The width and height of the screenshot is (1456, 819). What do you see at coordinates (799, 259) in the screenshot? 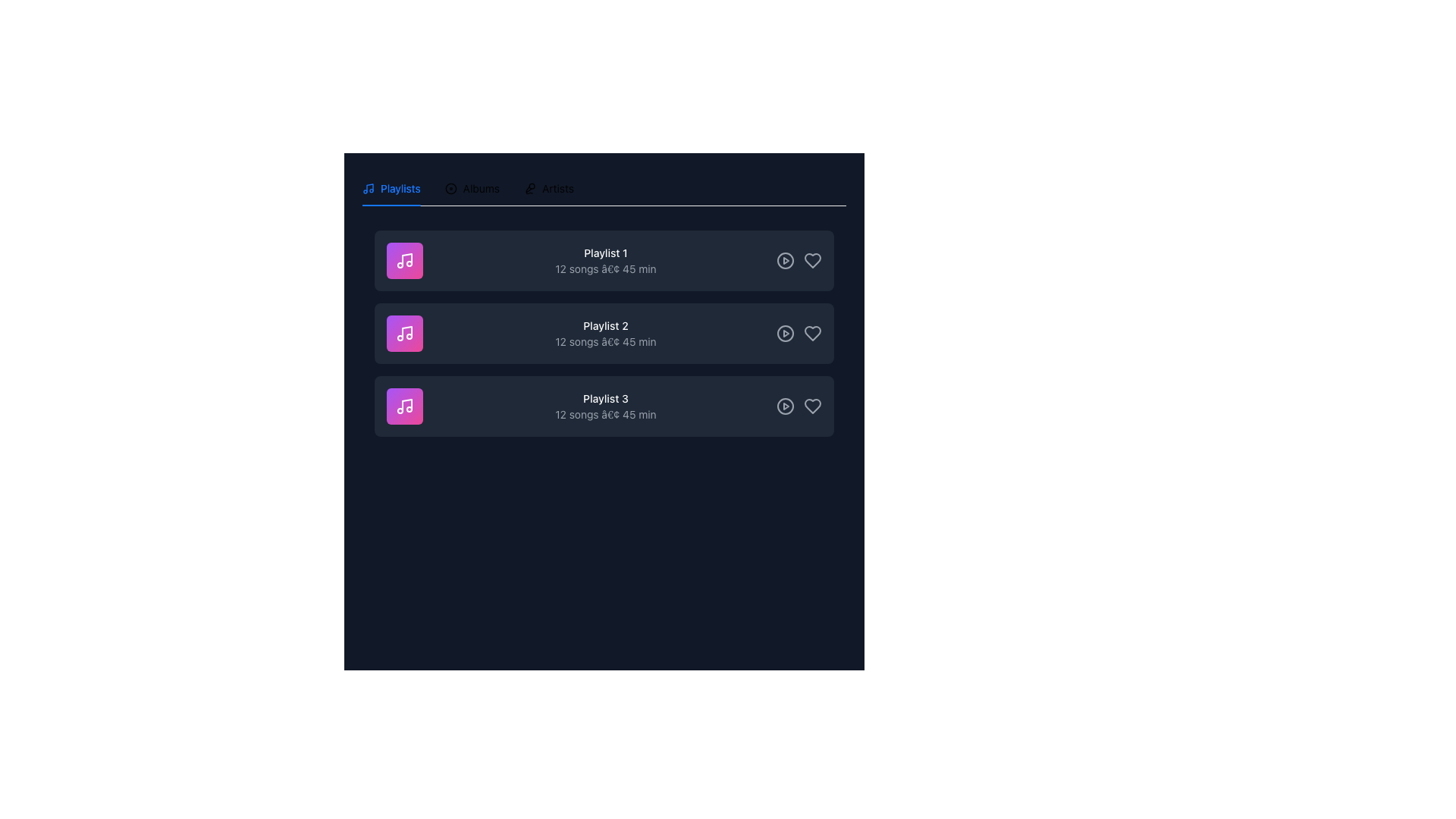
I see `the icon group consisting of a circular play button and a heart outline, located at the rightmost end of the first playlist entry card, to trigger the styling changes` at bounding box center [799, 259].